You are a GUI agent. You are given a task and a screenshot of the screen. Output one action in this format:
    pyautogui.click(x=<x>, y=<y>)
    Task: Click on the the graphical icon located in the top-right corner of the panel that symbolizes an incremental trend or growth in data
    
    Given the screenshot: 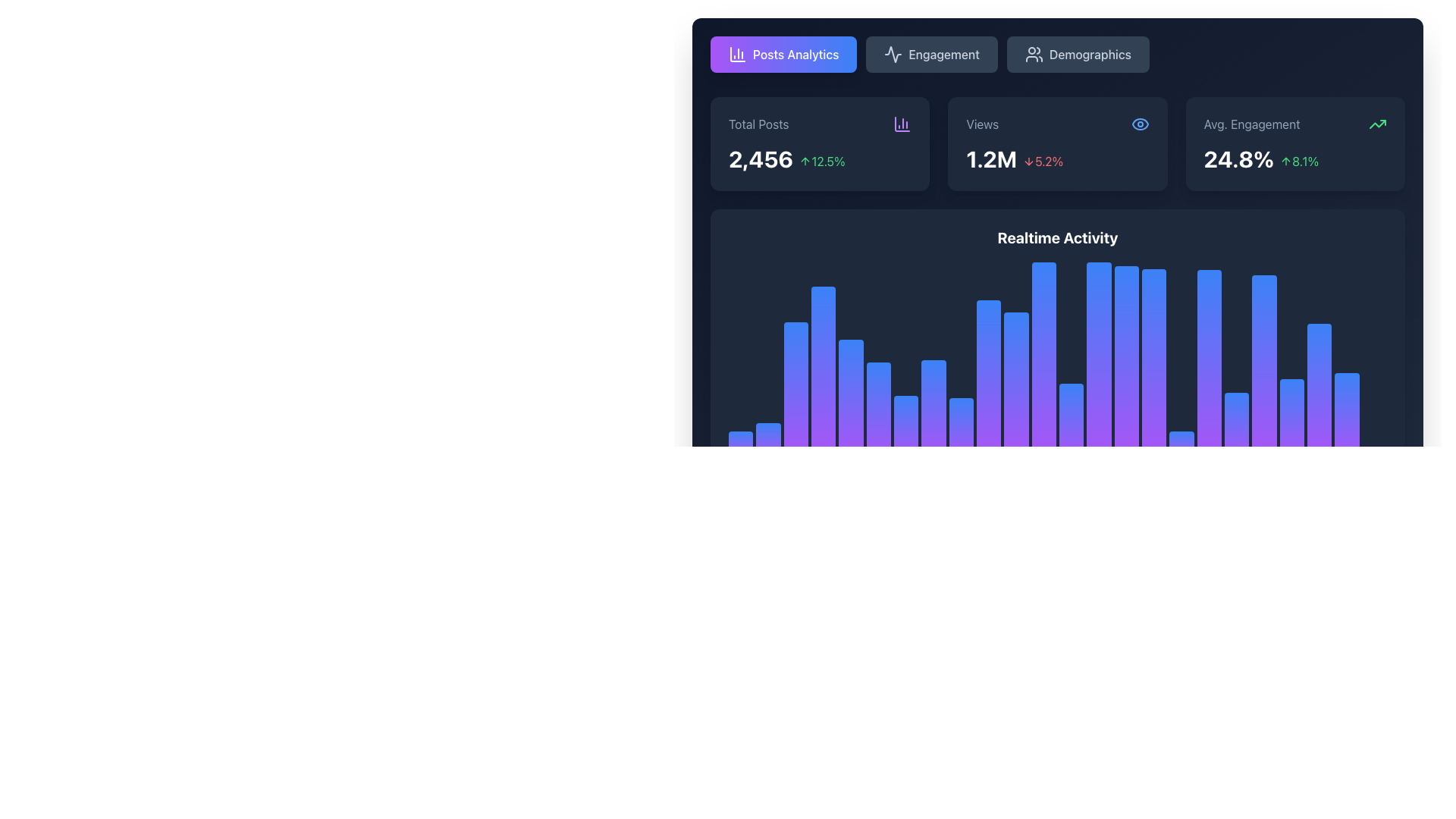 What is the action you would take?
    pyautogui.click(x=1378, y=124)
    